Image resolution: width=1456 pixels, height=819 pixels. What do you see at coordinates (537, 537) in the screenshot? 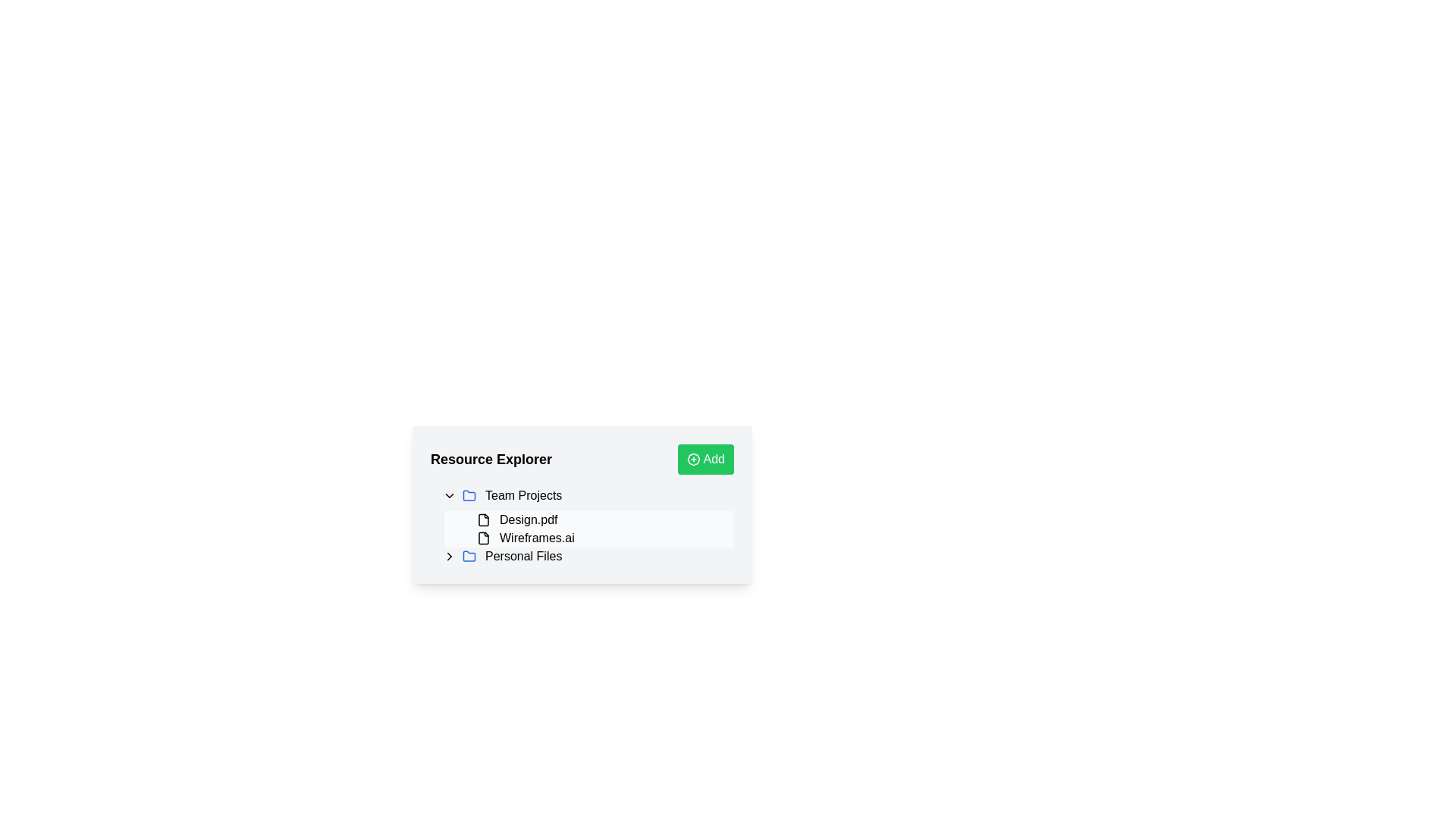
I see `the label that serves as a descriptor for the associated file item, located to the right of the file icon in the file explorer interface` at bounding box center [537, 537].